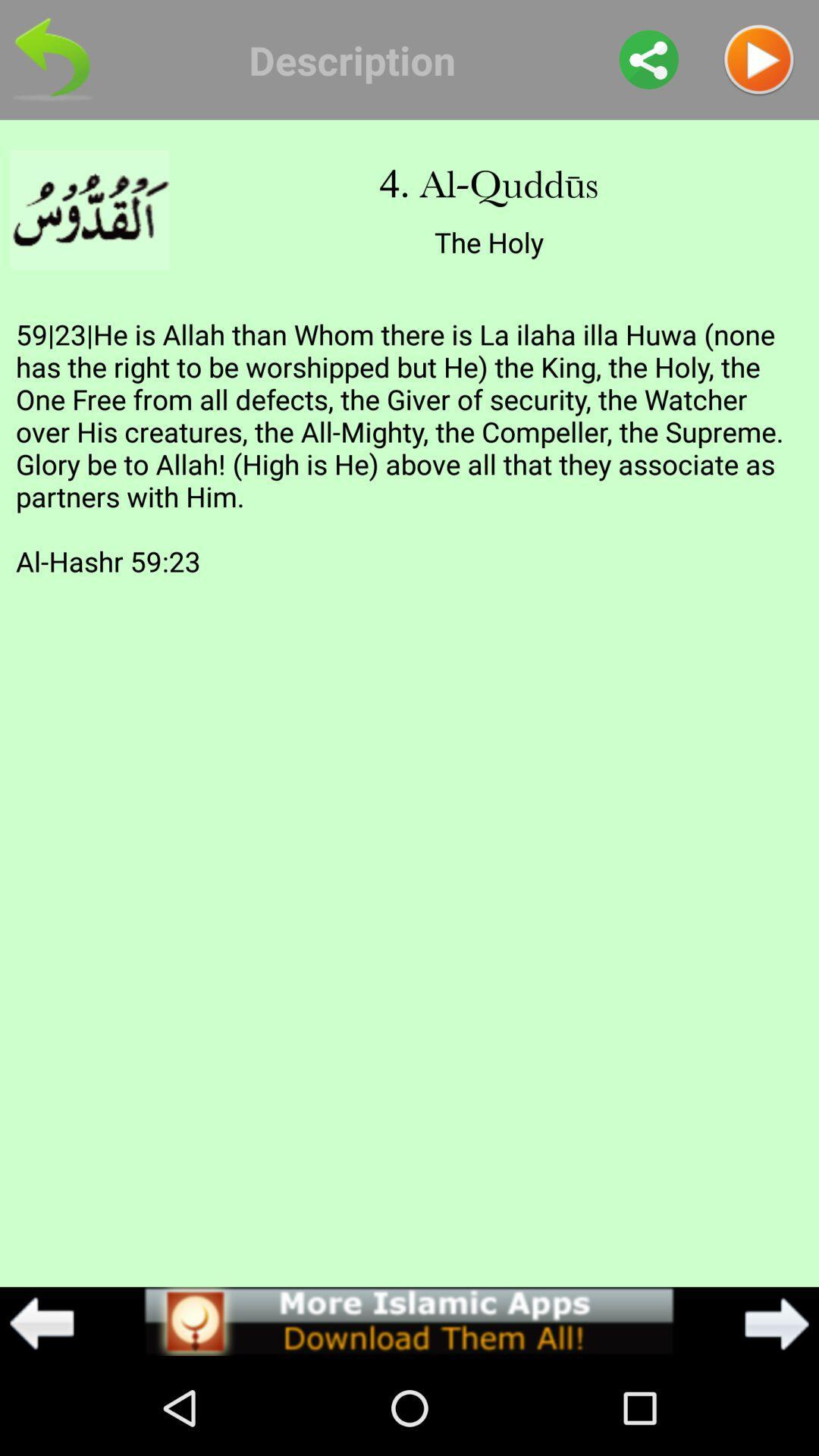  I want to click on item at the bottom right corner, so click(777, 1323).